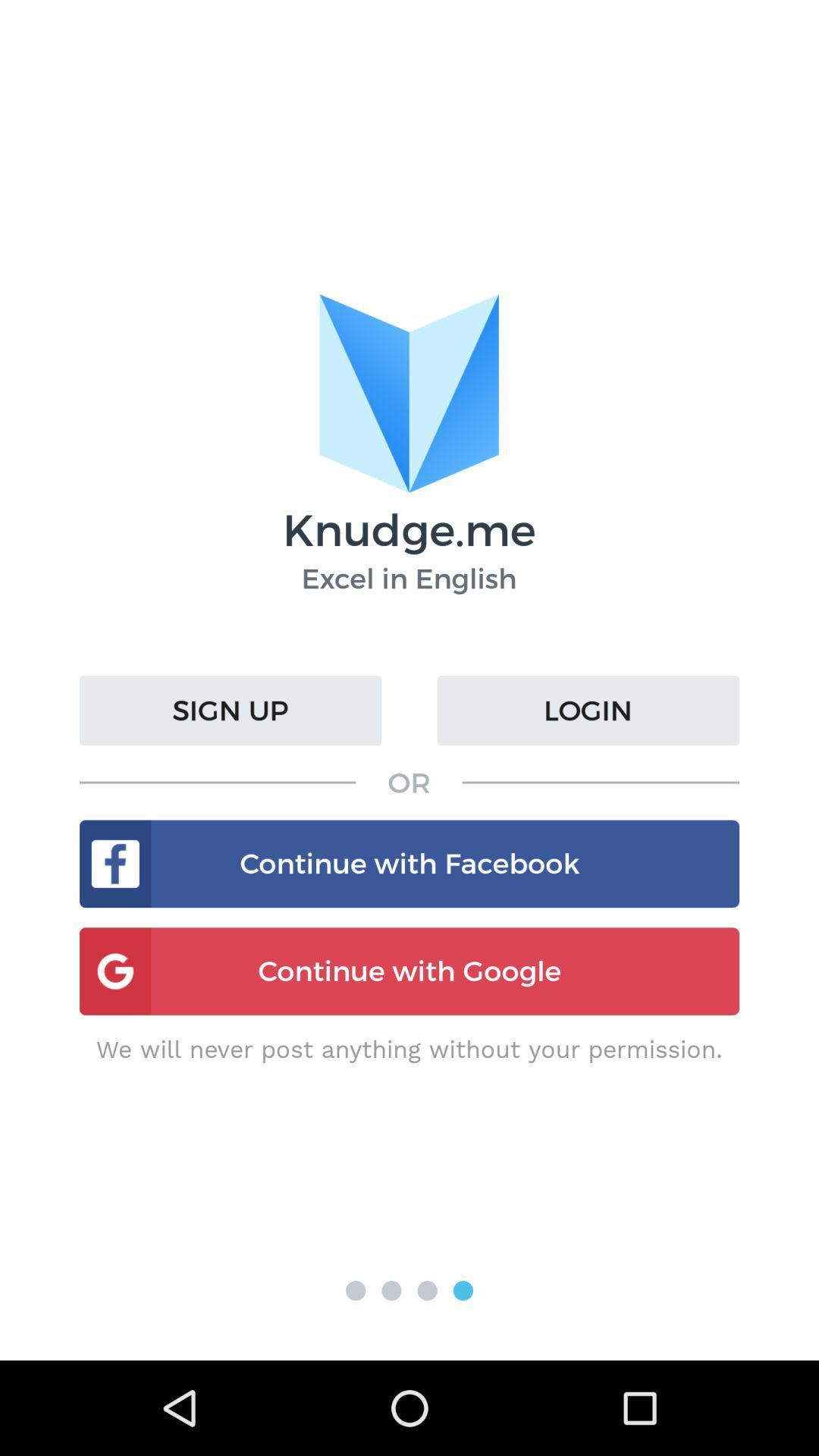 This screenshot has width=819, height=1456. Describe the element at coordinates (231, 710) in the screenshot. I see `the sign up` at that location.